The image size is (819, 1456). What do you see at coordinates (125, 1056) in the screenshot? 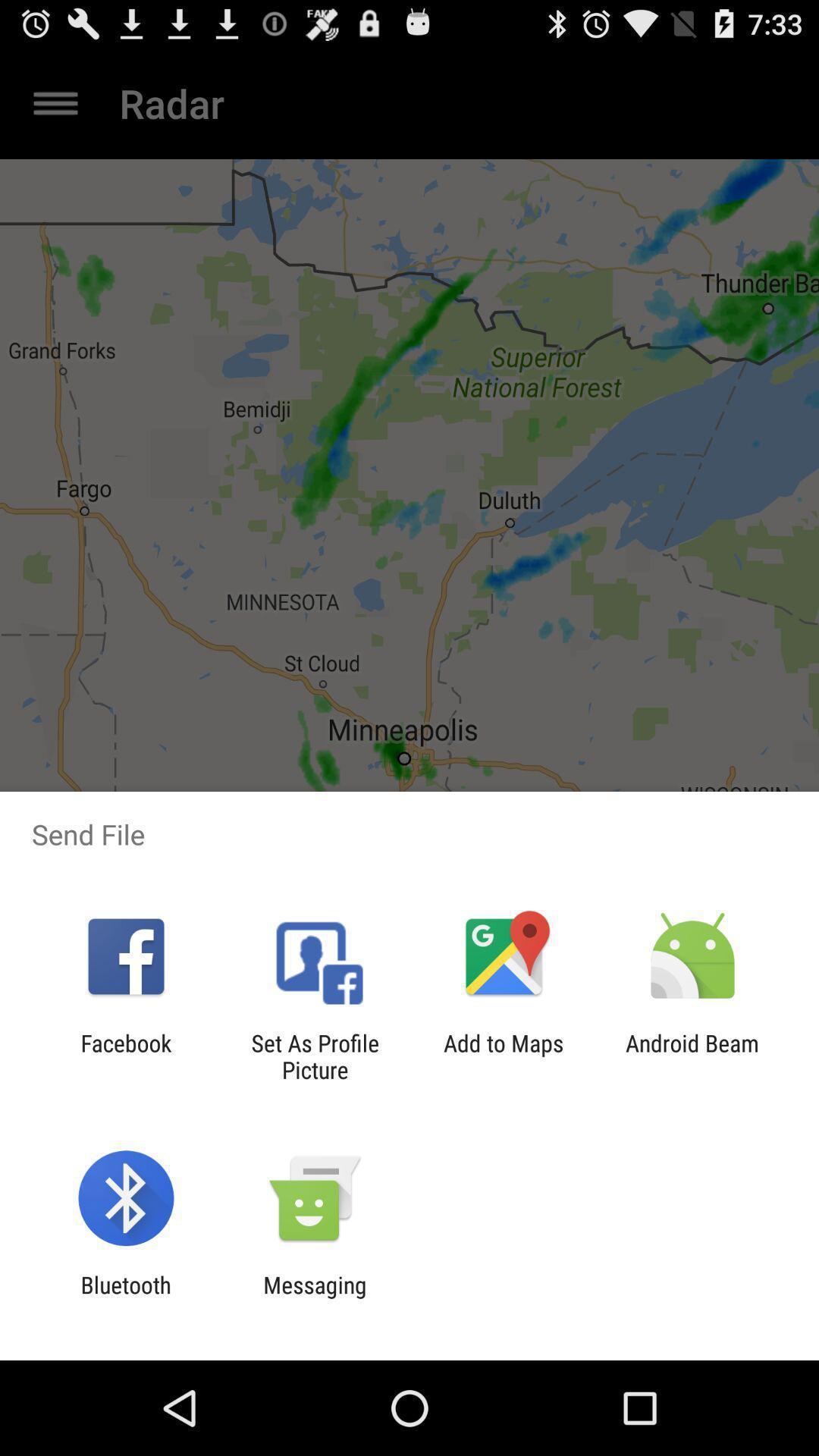
I see `the facebook icon` at bounding box center [125, 1056].